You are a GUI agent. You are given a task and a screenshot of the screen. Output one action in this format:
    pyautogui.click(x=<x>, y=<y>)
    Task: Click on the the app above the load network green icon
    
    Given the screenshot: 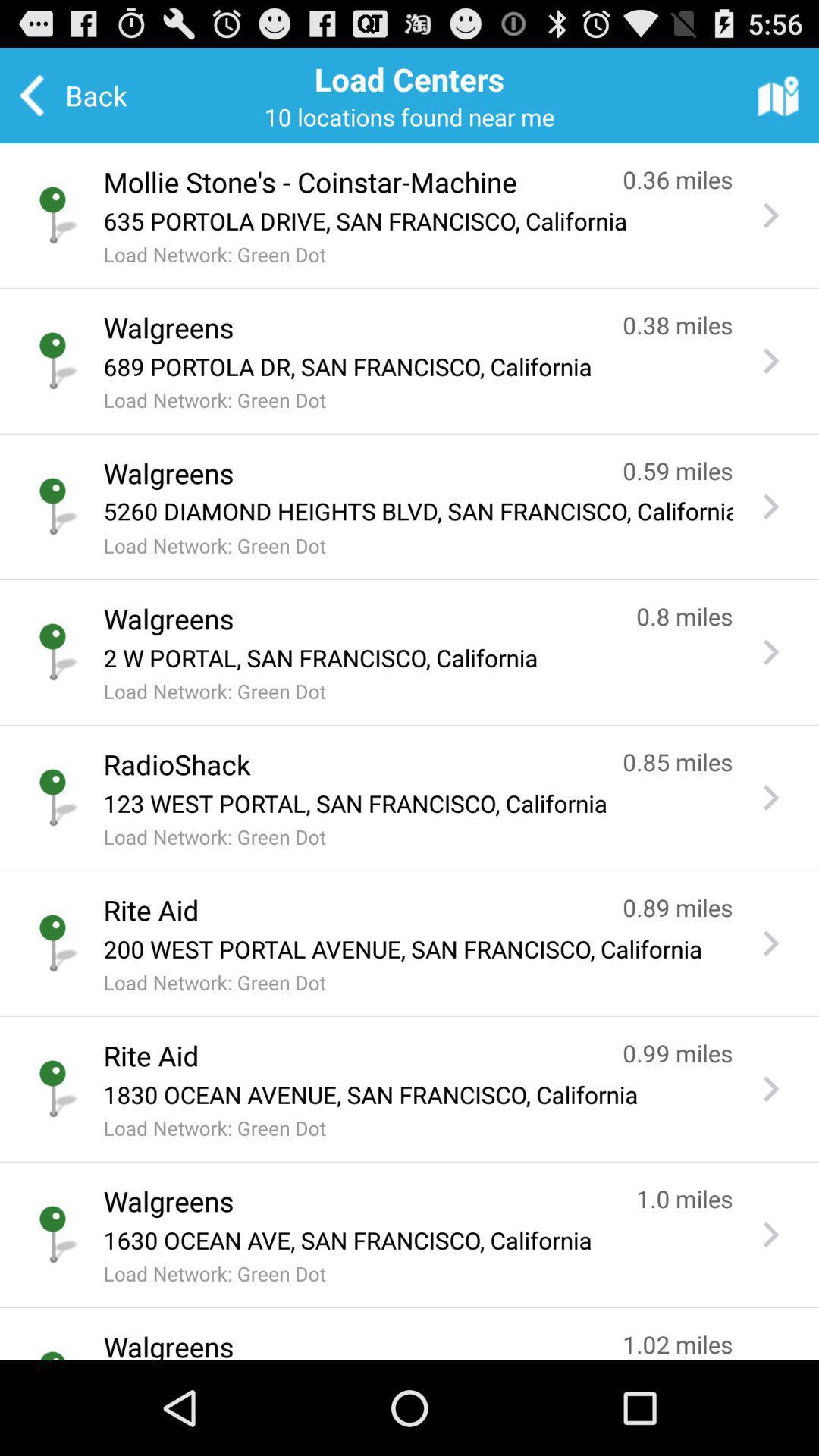 What is the action you would take?
    pyautogui.click(x=418, y=657)
    